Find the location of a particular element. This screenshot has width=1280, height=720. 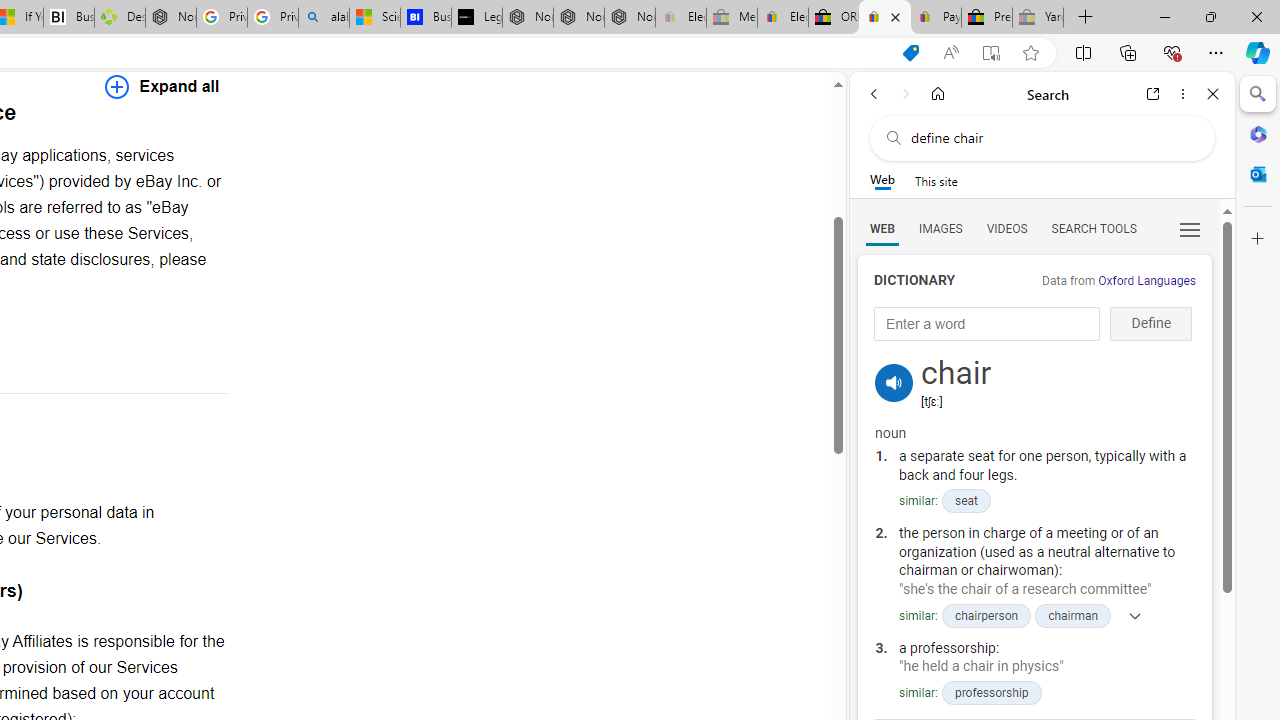

'seat' is located at coordinates (965, 500).